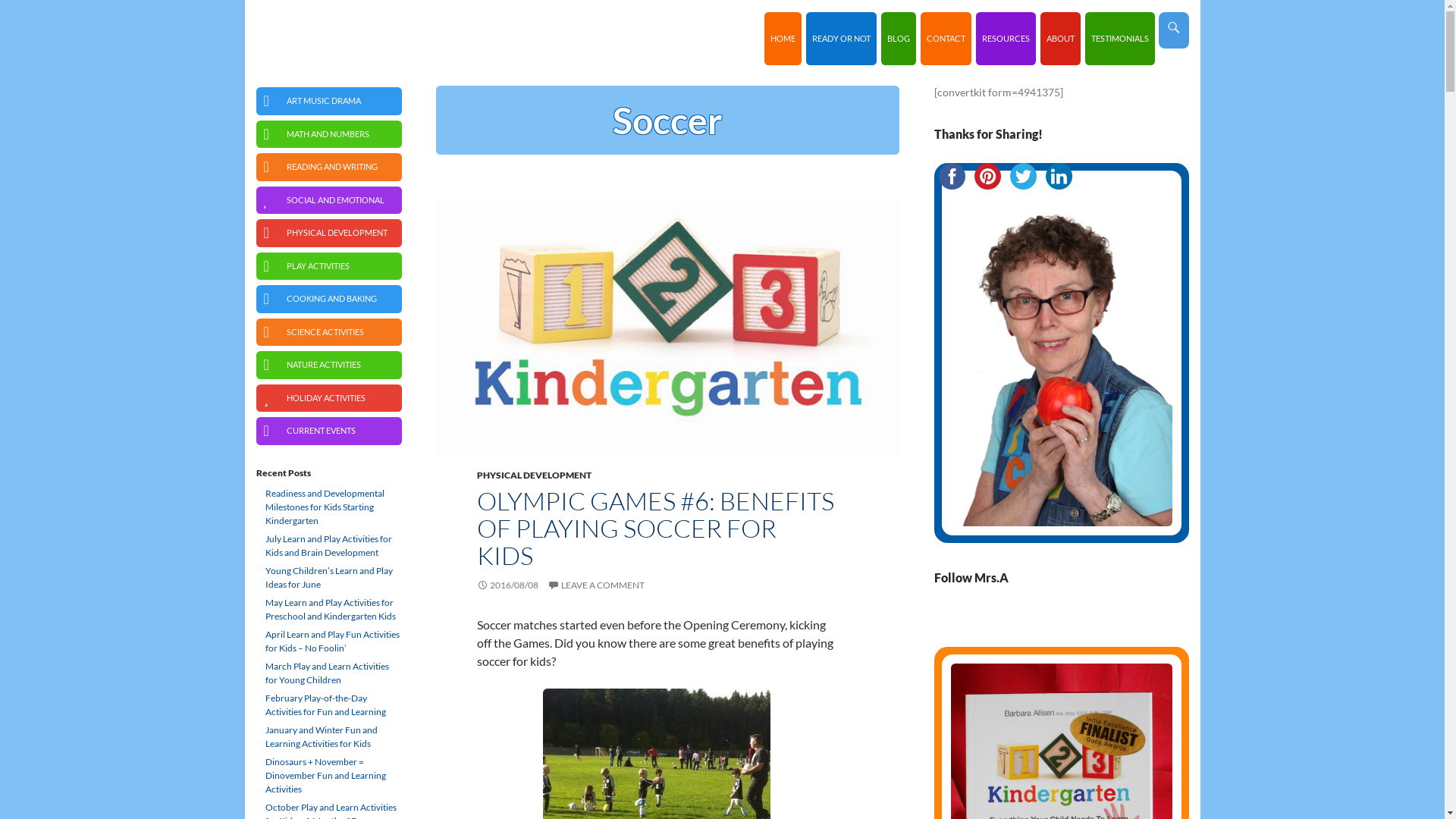 The width and height of the screenshot is (1456, 819). I want to click on 'January and Winter Fun and Learning Activities for Kids', so click(328, 736).